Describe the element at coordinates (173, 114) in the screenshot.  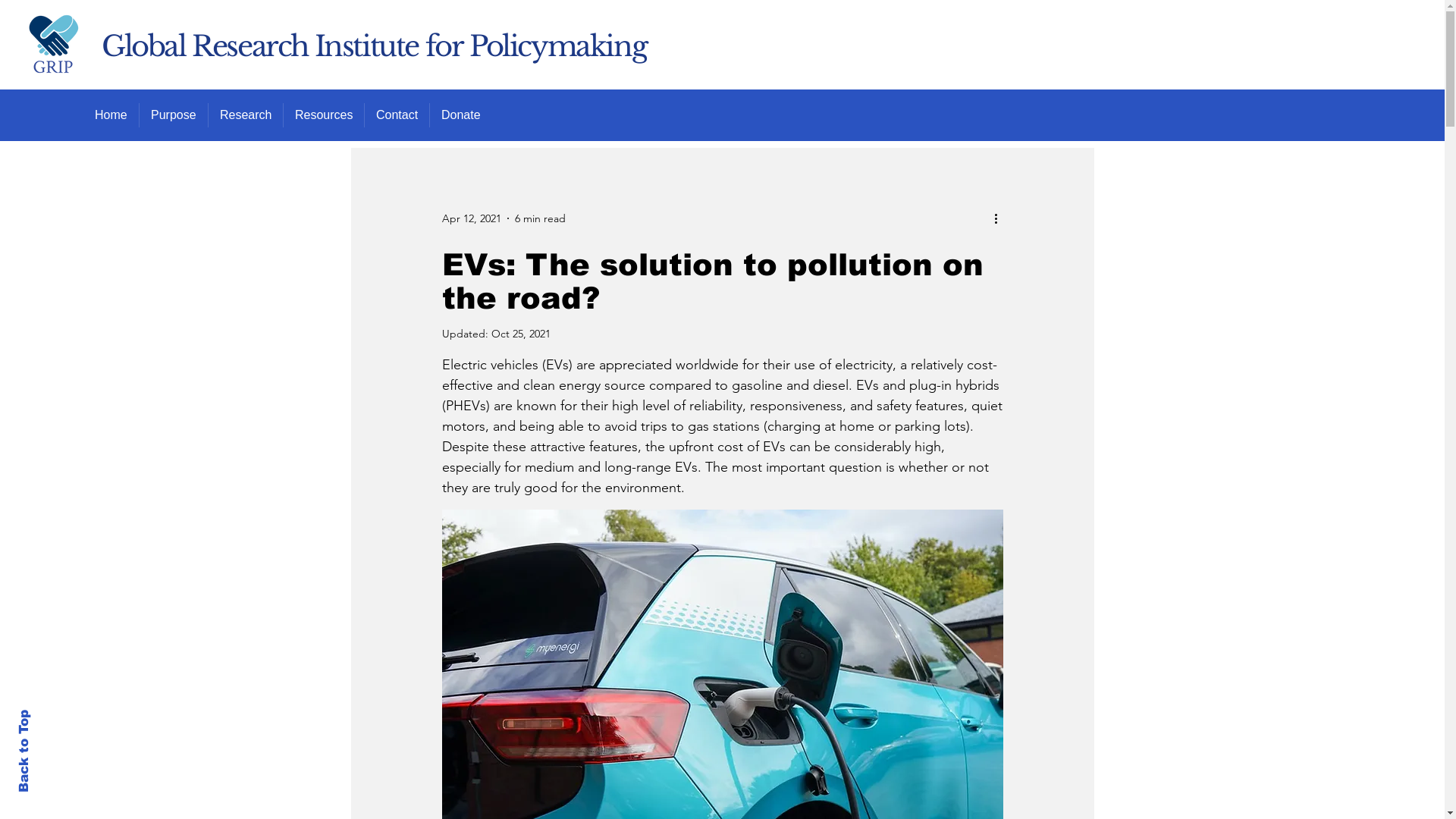
I see `'Purpose'` at that location.